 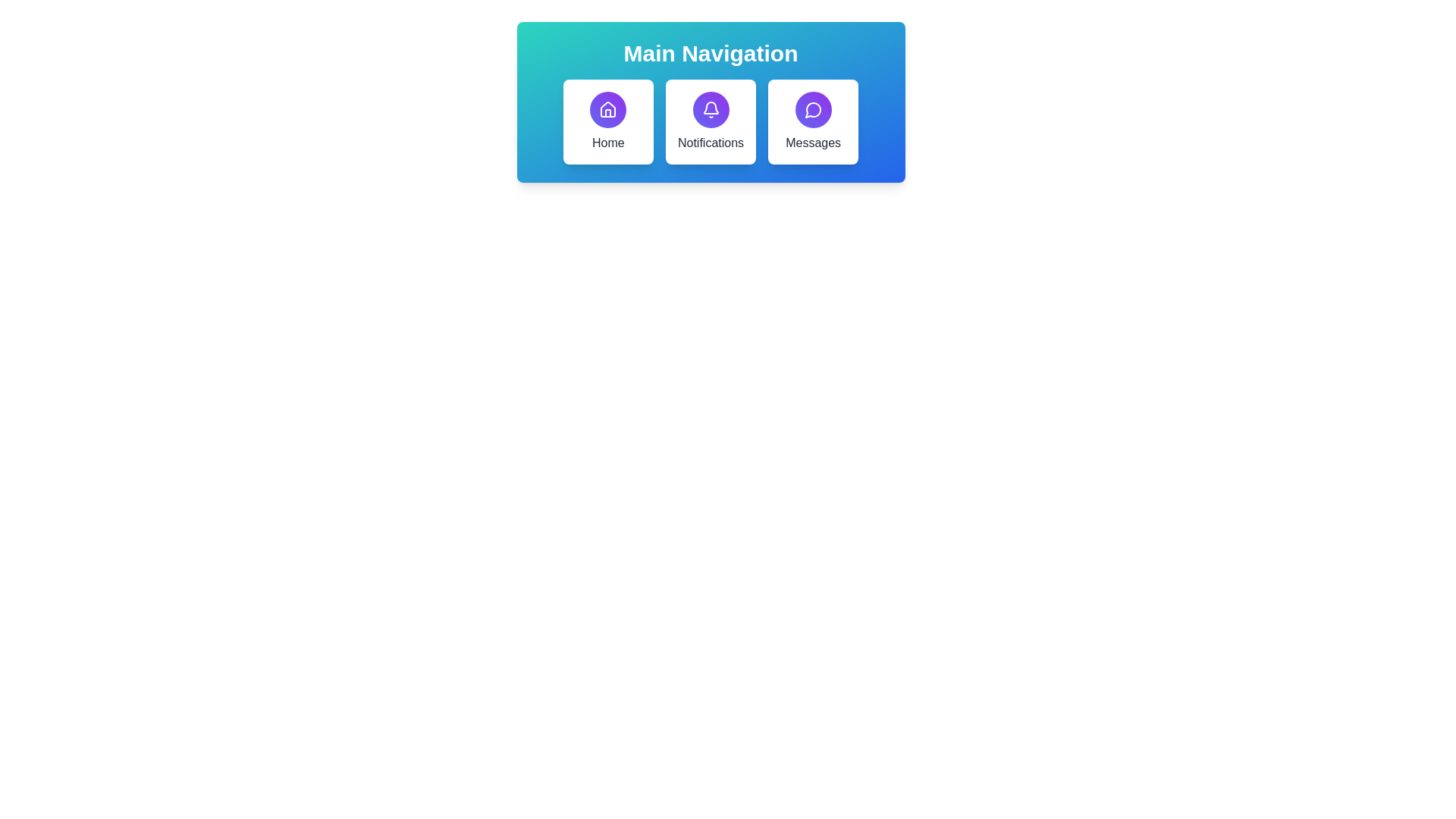 What do you see at coordinates (710, 109) in the screenshot?
I see `the icon button representing notifications, located at the top center of the 'Notifications' card` at bounding box center [710, 109].